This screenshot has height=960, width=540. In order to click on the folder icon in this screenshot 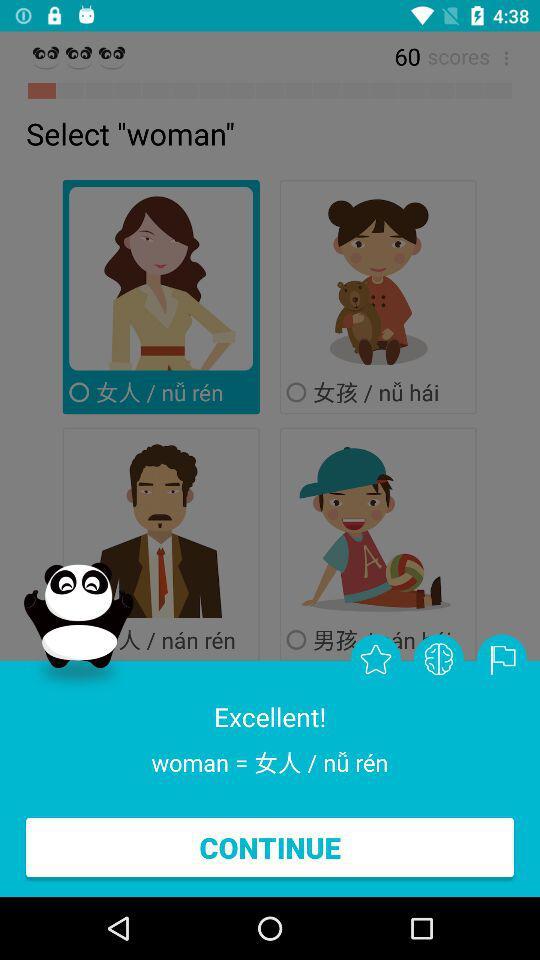, I will do `click(500, 658)`.